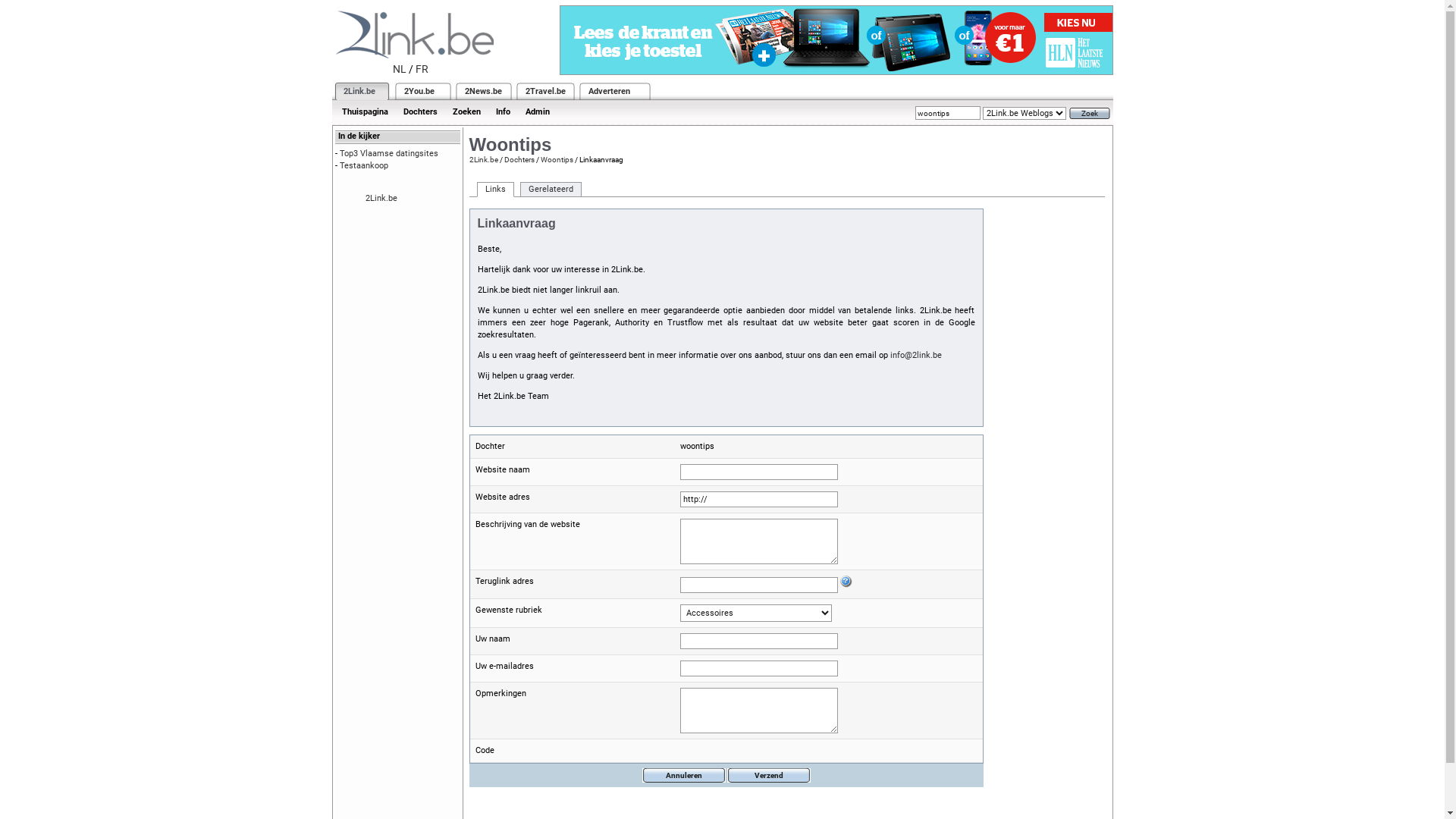 The image size is (1456, 819). Describe the element at coordinates (364, 111) in the screenshot. I see `'Thuispagina'` at that location.